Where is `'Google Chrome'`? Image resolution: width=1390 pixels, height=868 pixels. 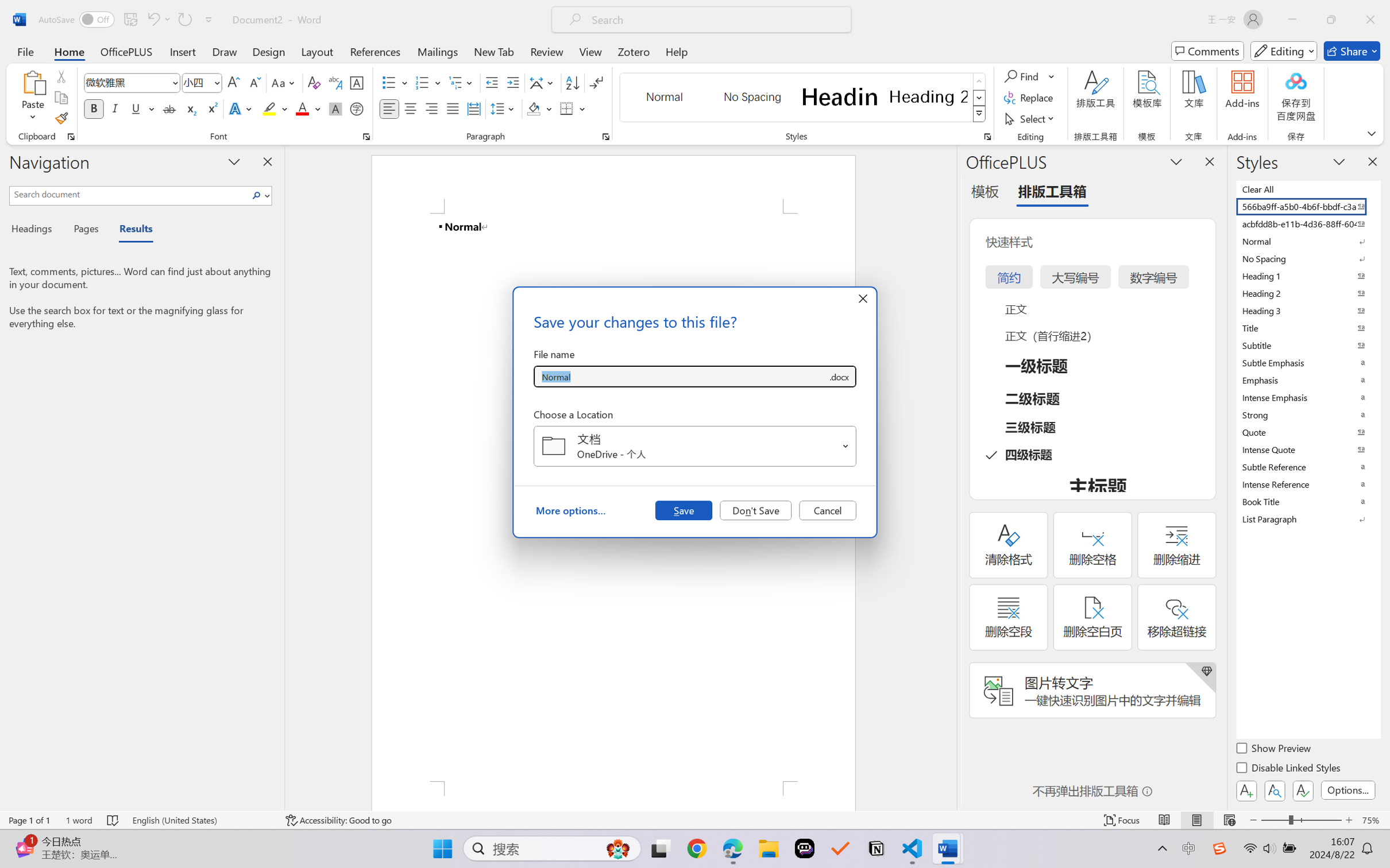
'Google Chrome' is located at coordinates (697, 848).